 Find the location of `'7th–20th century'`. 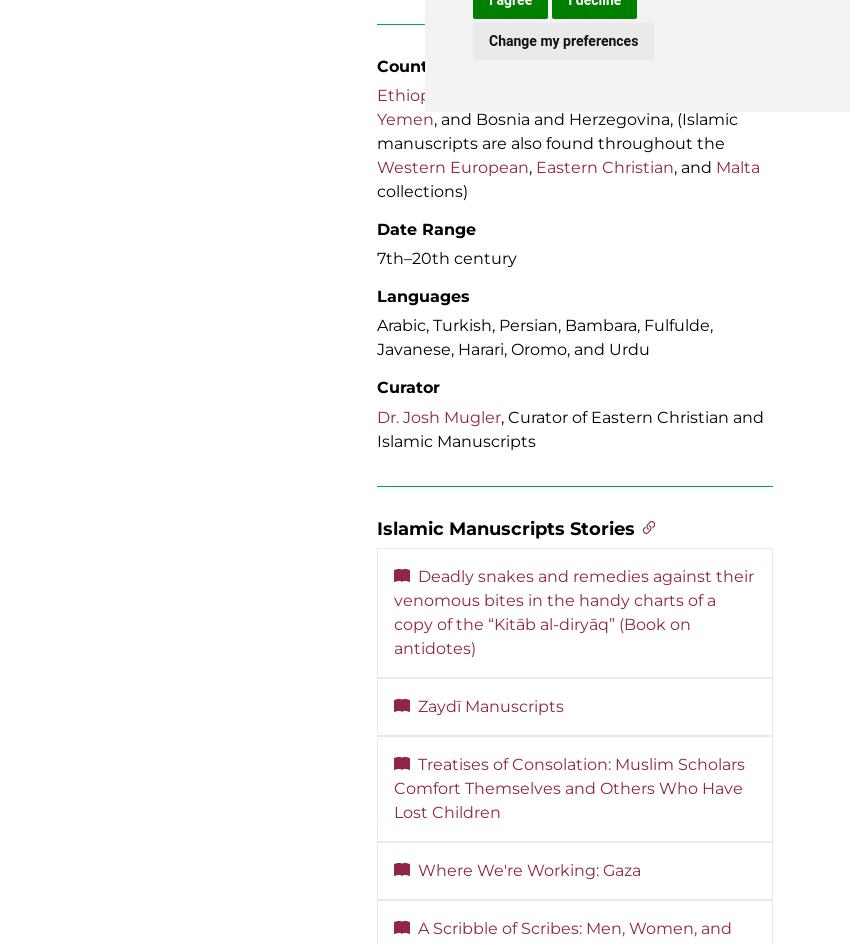

'7th–20th century' is located at coordinates (446, 258).